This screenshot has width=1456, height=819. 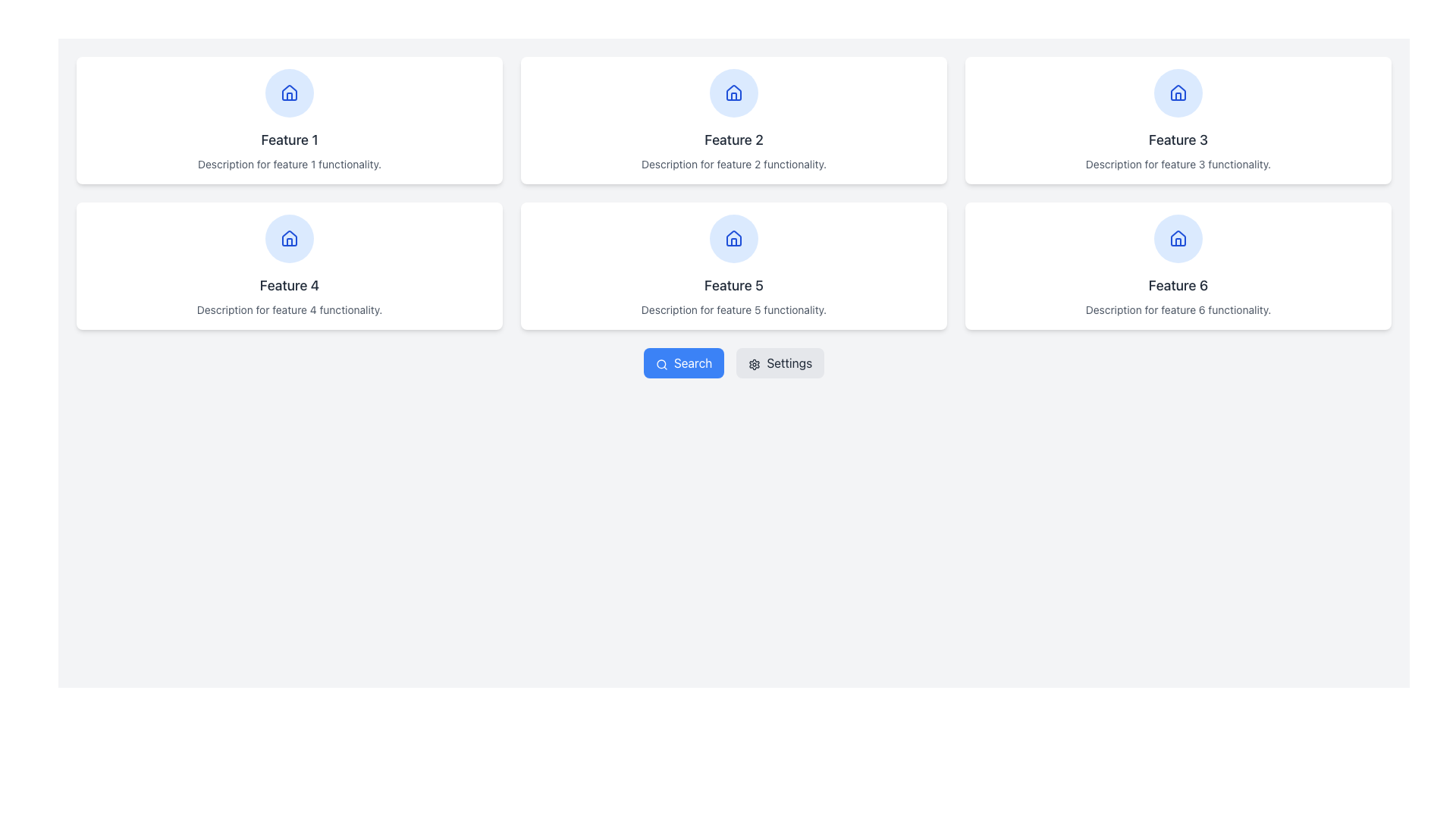 I want to click on the search icon located within the 'Search' button, positioned to the left of the text 'Search' at the bottom-center of the interface, so click(x=661, y=364).